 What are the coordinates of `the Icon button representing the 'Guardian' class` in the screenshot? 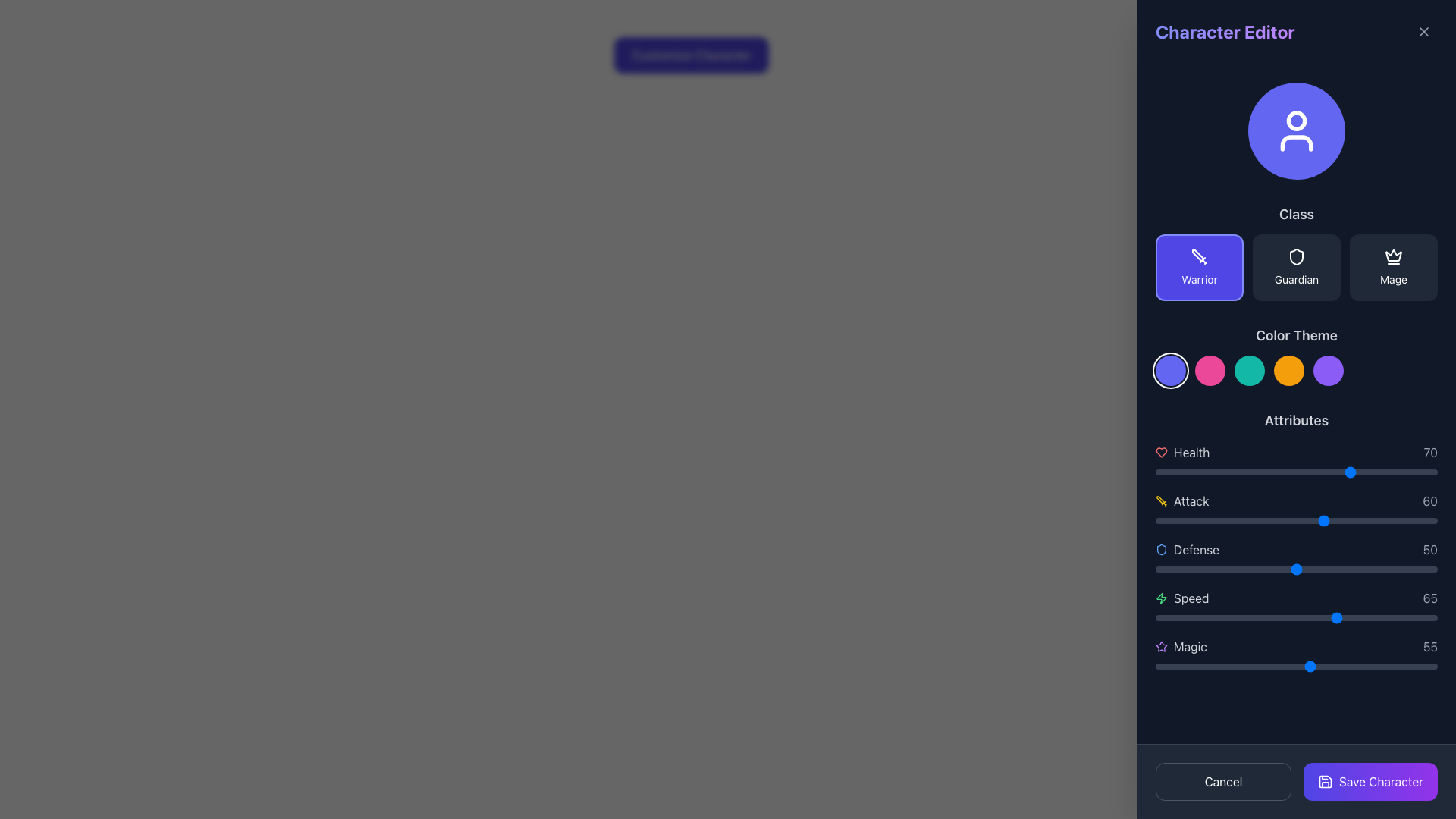 It's located at (1295, 256).